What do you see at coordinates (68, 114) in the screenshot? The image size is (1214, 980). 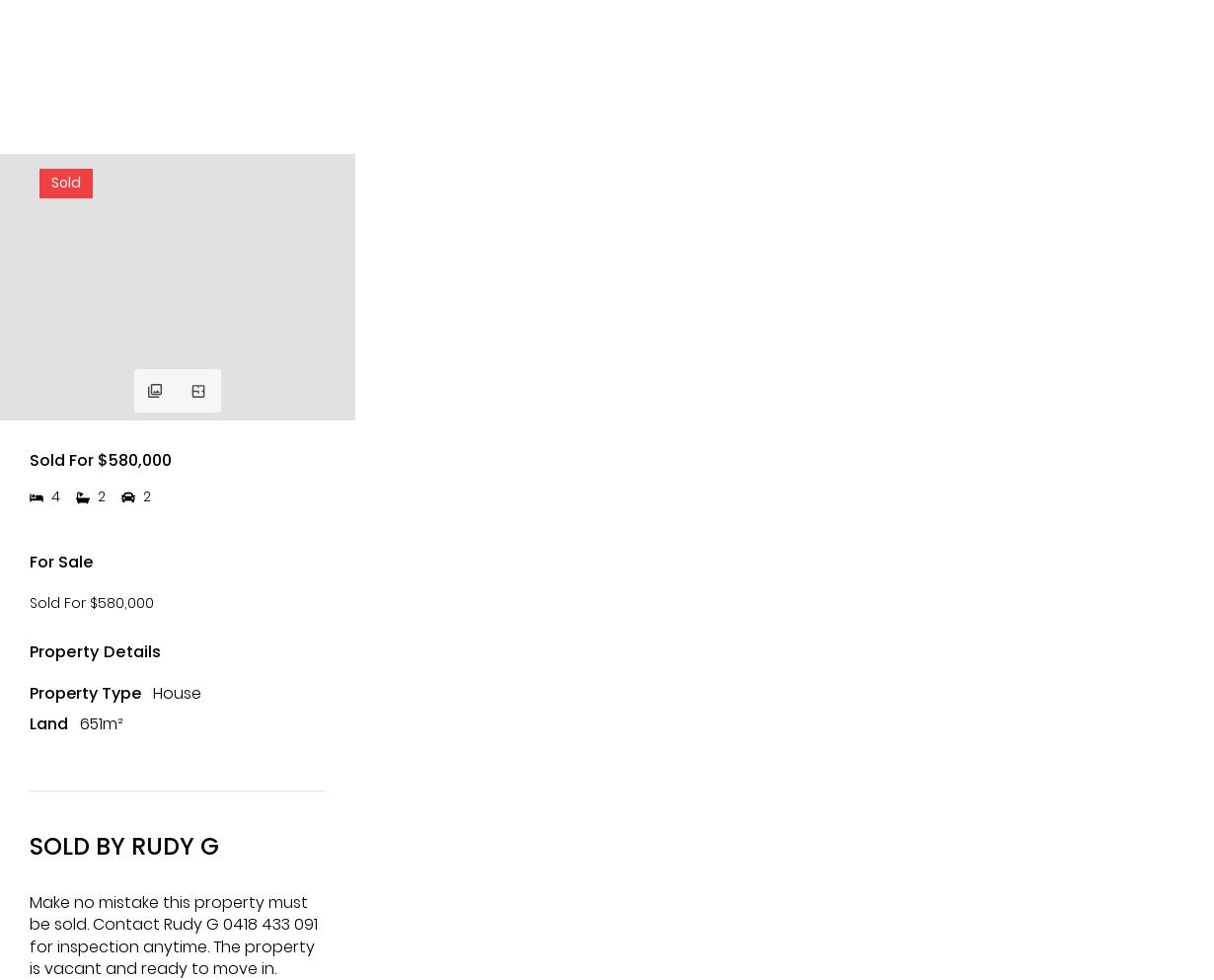 I see `'LJ Hooker Coolangatta | Tweed'` at bounding box center [68, 114].